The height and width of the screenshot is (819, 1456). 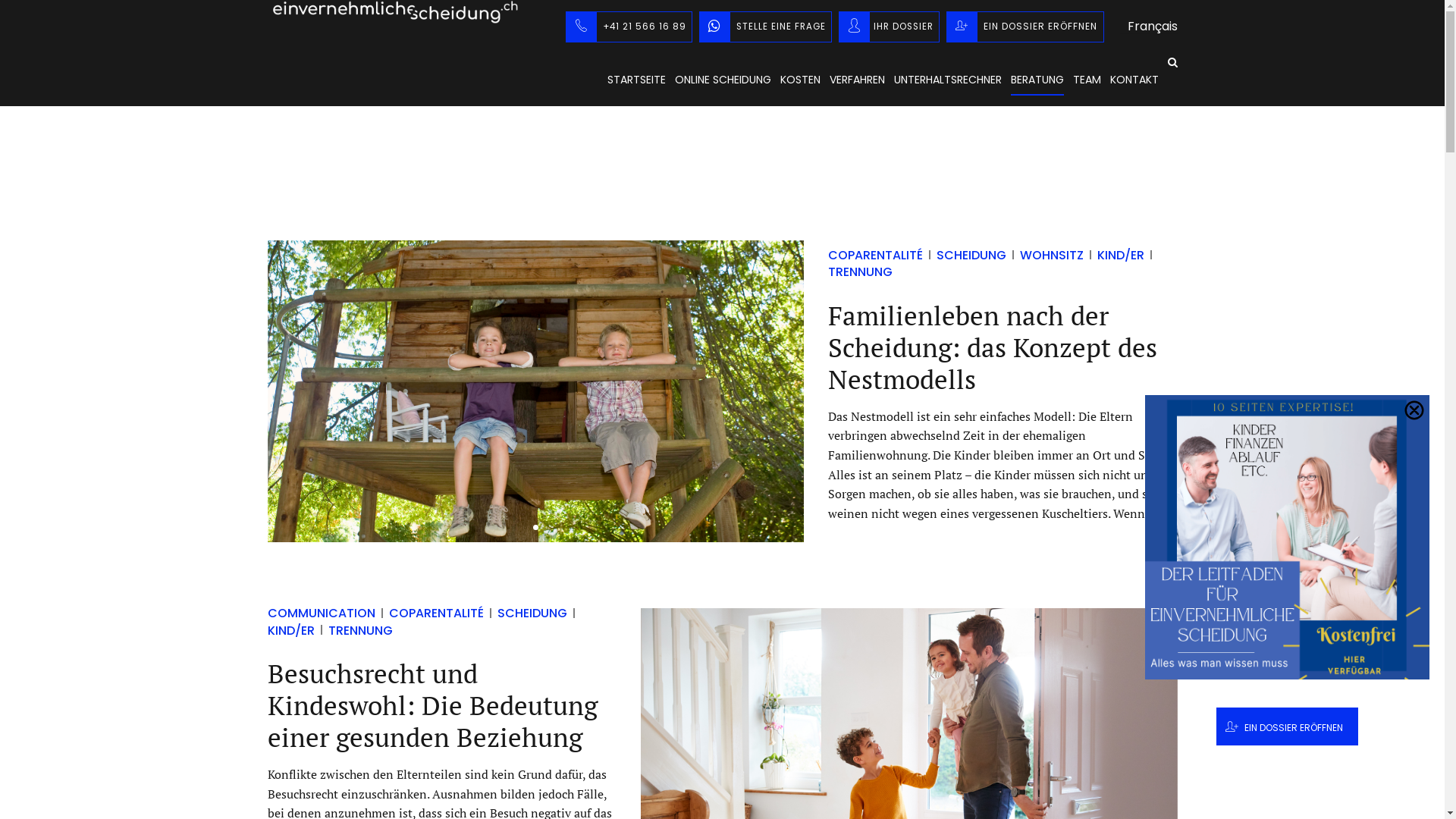 I want to click on 'STELLE EINE FRAGE', so click(x=765, y=26).